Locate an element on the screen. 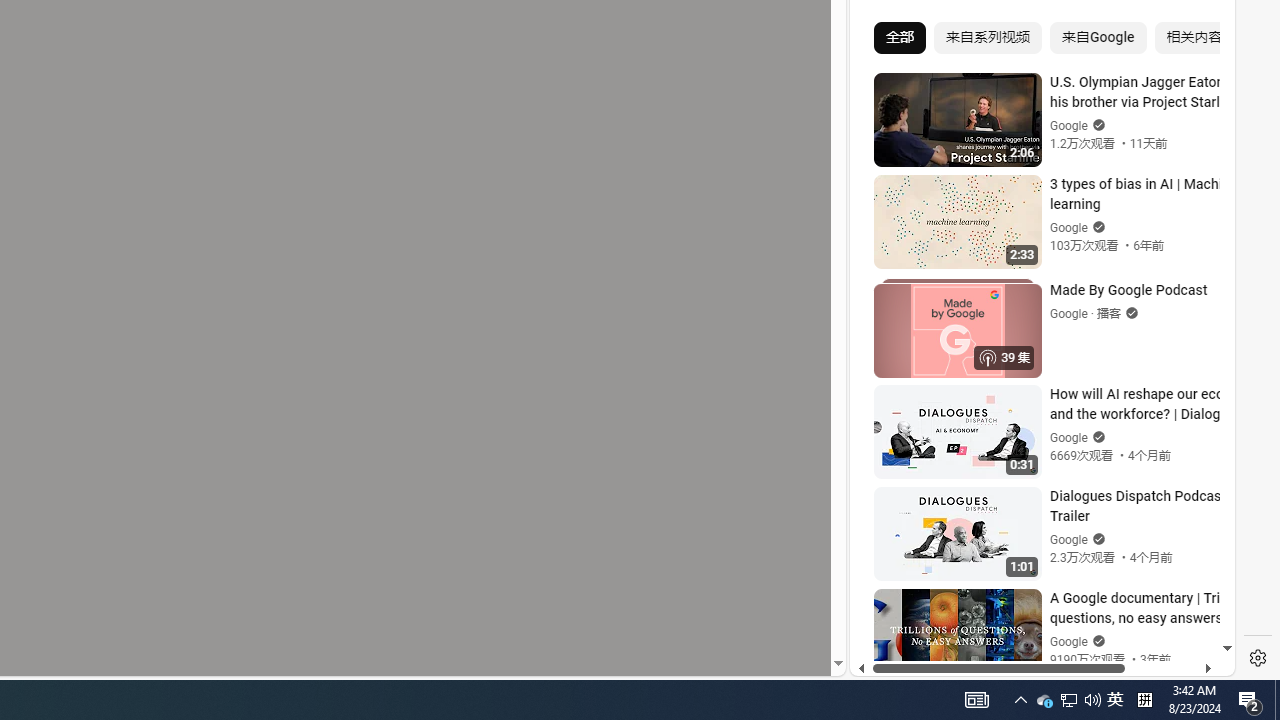 The height and width of the screenshot is (720, 1280). 'Global web icon' is located at coordinates (887, 431).